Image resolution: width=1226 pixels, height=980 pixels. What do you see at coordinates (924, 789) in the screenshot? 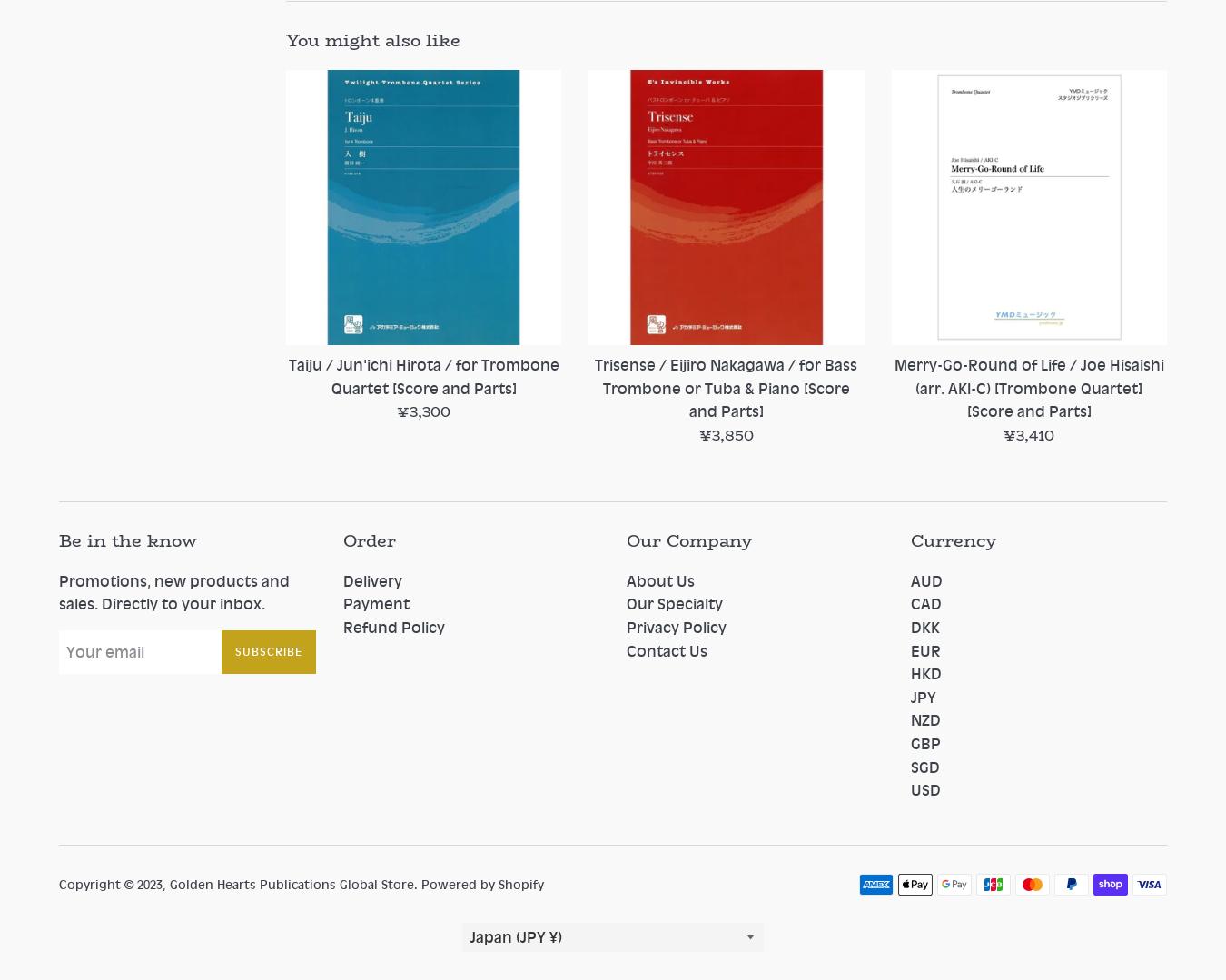
I see `'USD'` at bounding box center [924, 789].